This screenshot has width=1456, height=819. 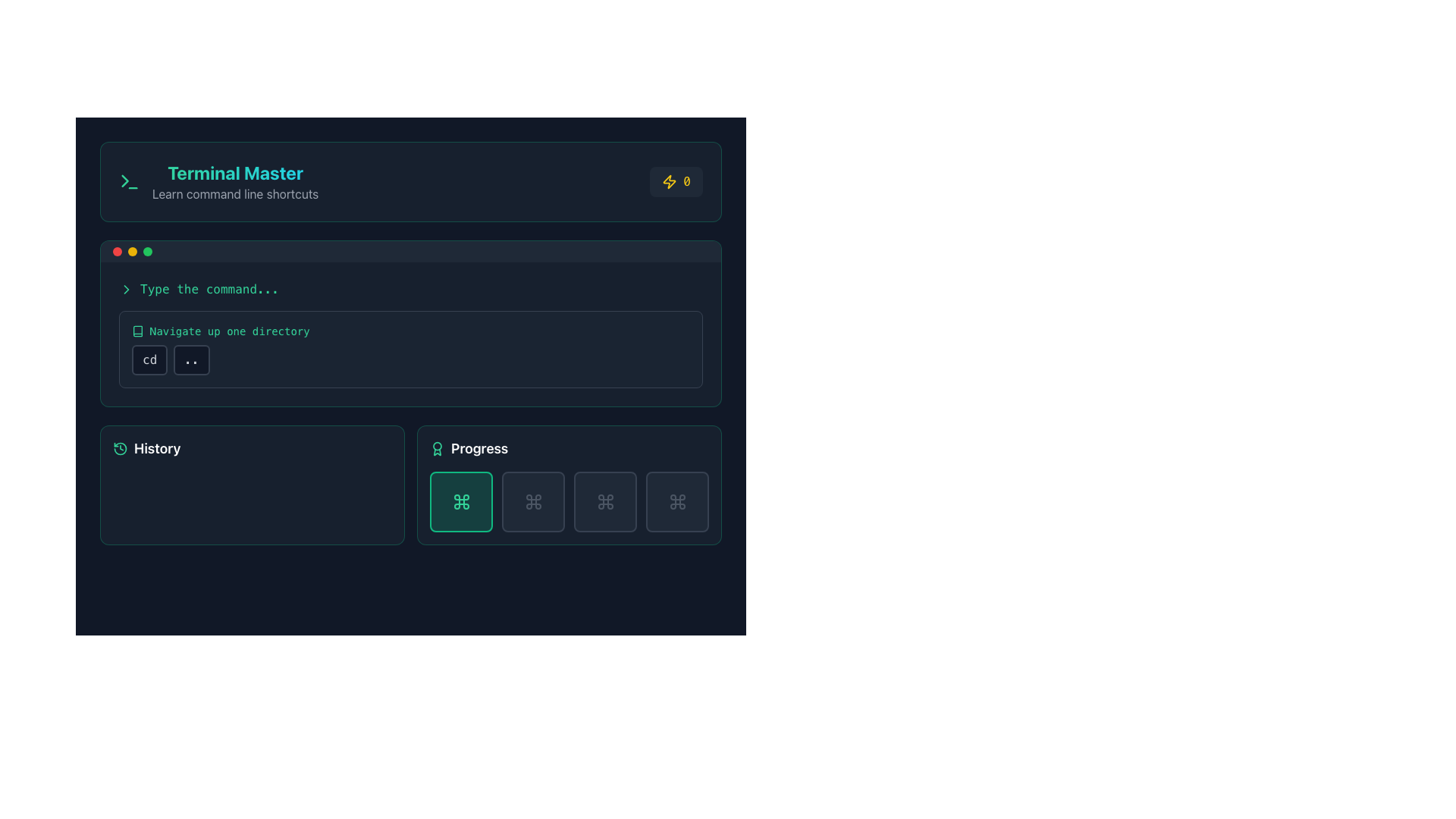 What do you see at coordinates (604, 502) in the screenshot?
I see `the third button in the 'Progress' section, which is located between the second and fourth buttons` at bounding box center [604, 502].